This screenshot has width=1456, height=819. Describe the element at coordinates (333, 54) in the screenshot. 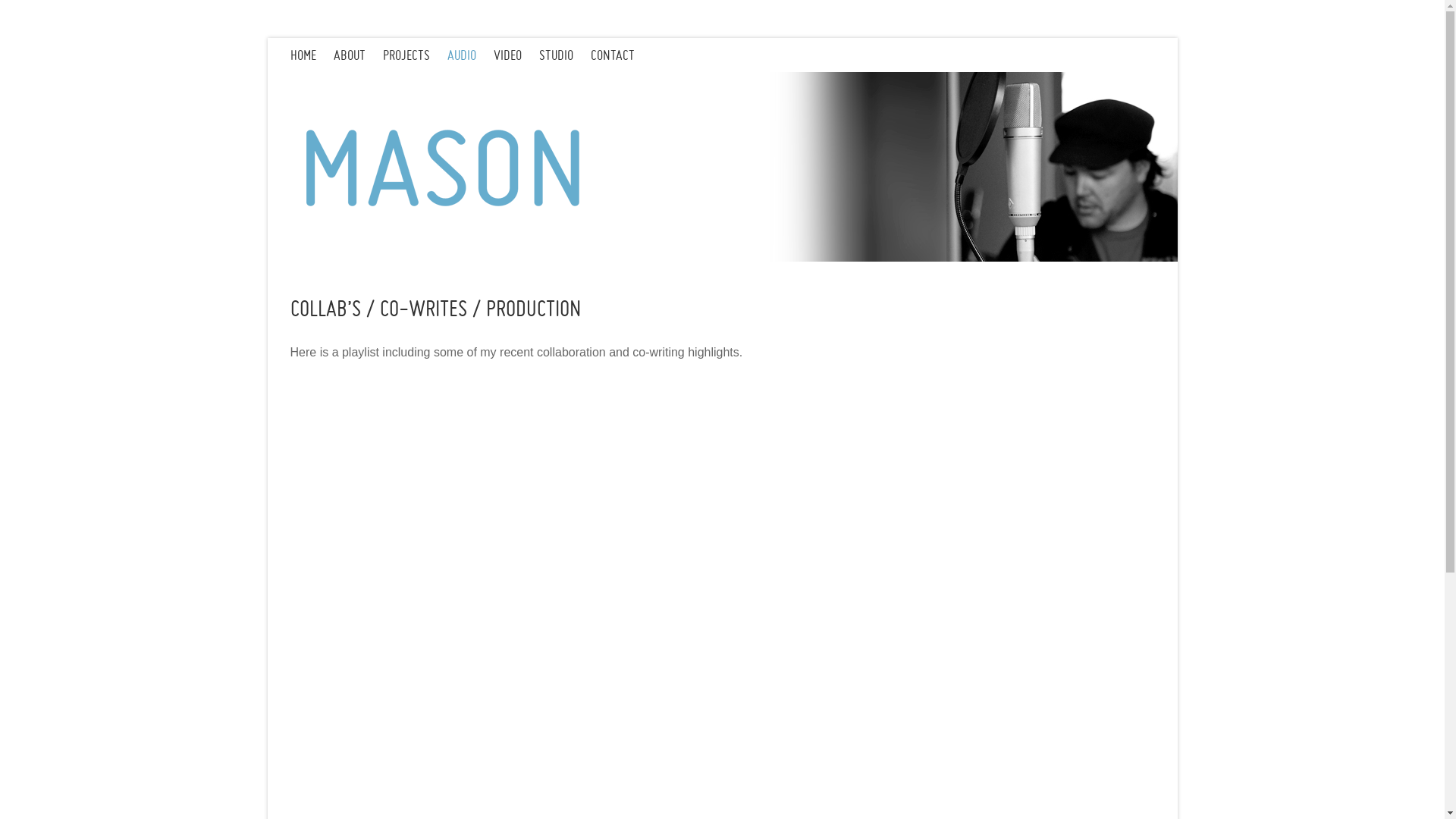

I see `'ABOUT'` at that location.